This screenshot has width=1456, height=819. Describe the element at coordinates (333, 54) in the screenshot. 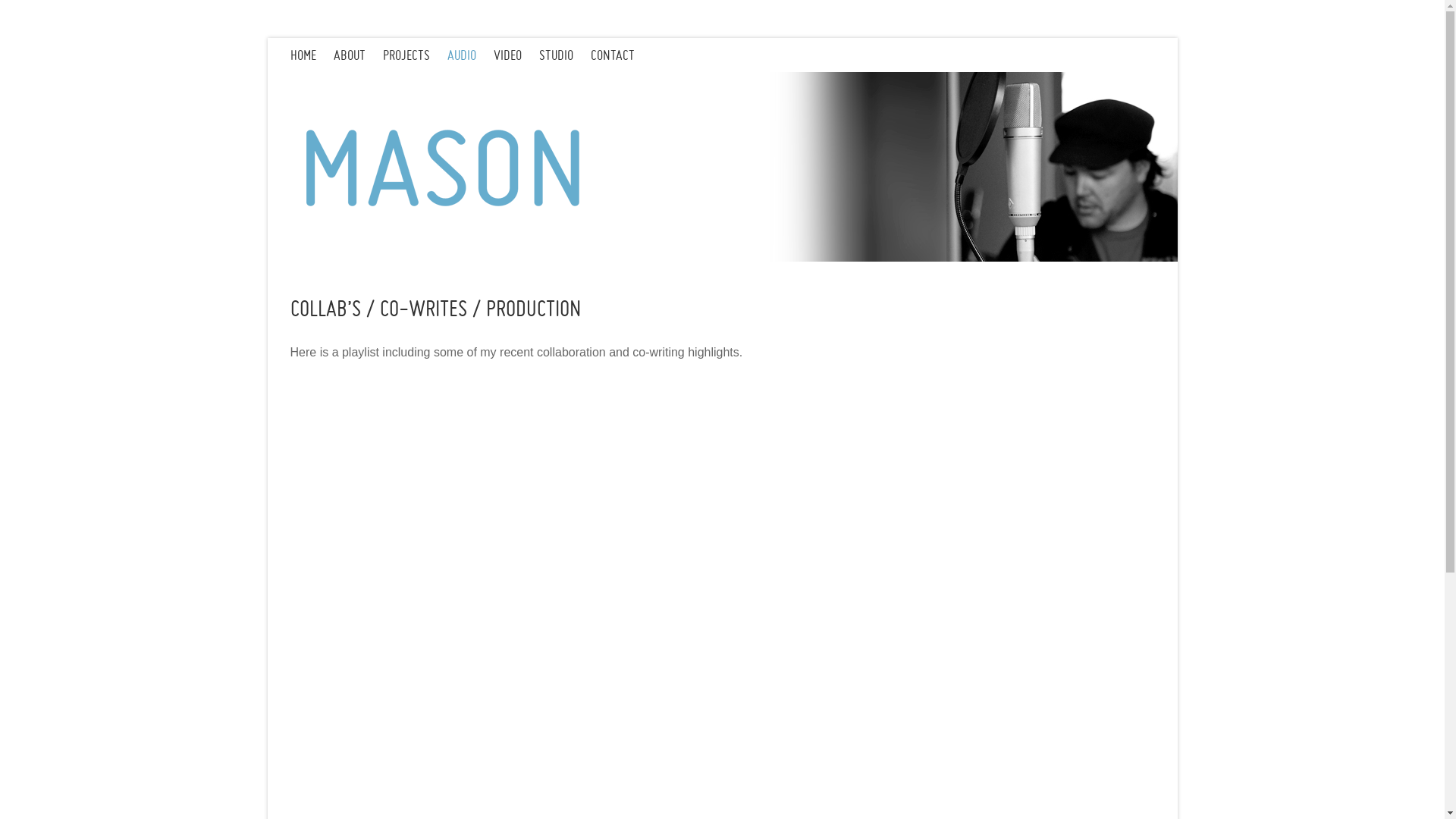

I see `'ABOUT'` at that location.